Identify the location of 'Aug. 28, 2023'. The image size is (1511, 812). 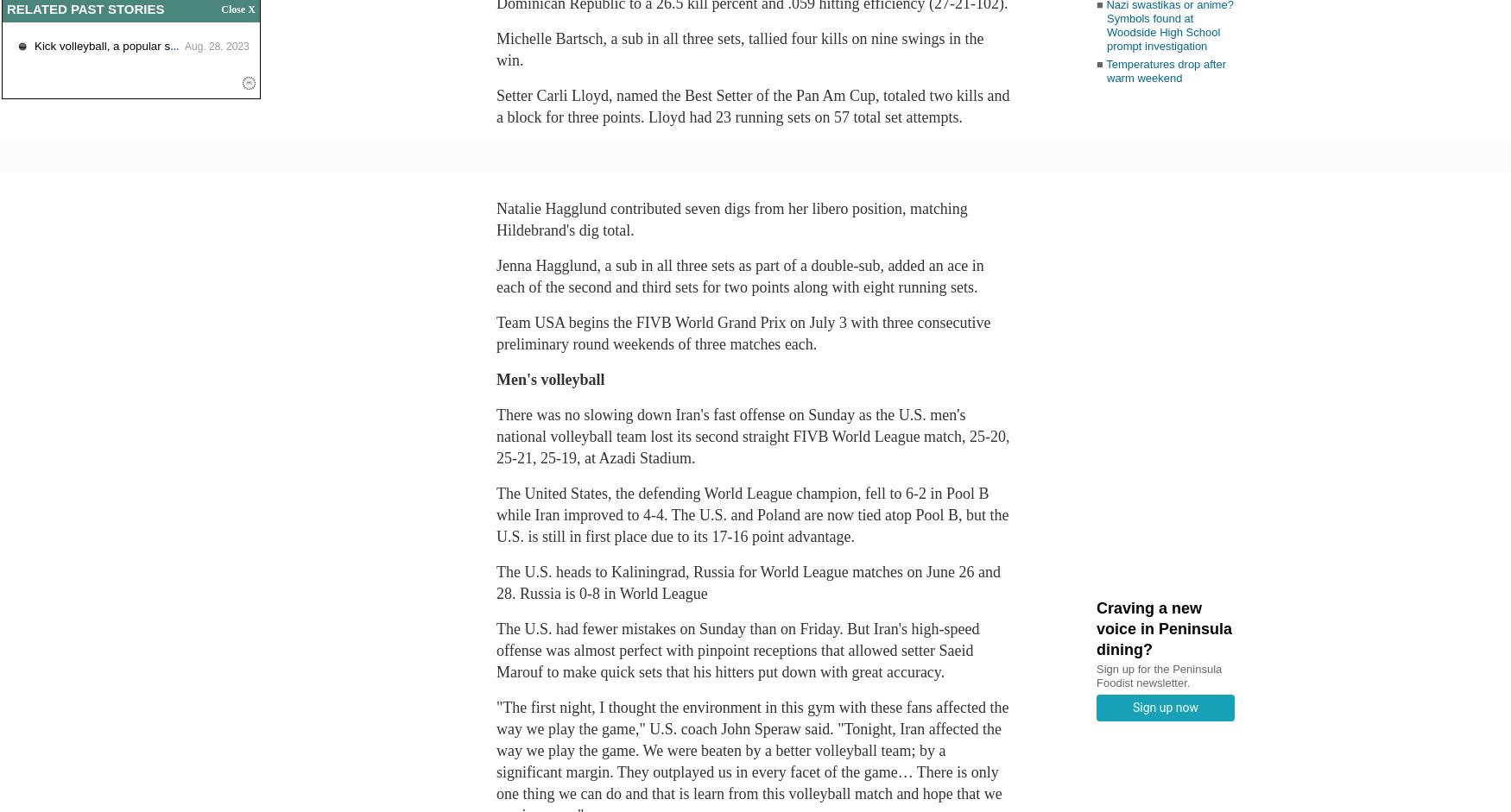
(216, 46).